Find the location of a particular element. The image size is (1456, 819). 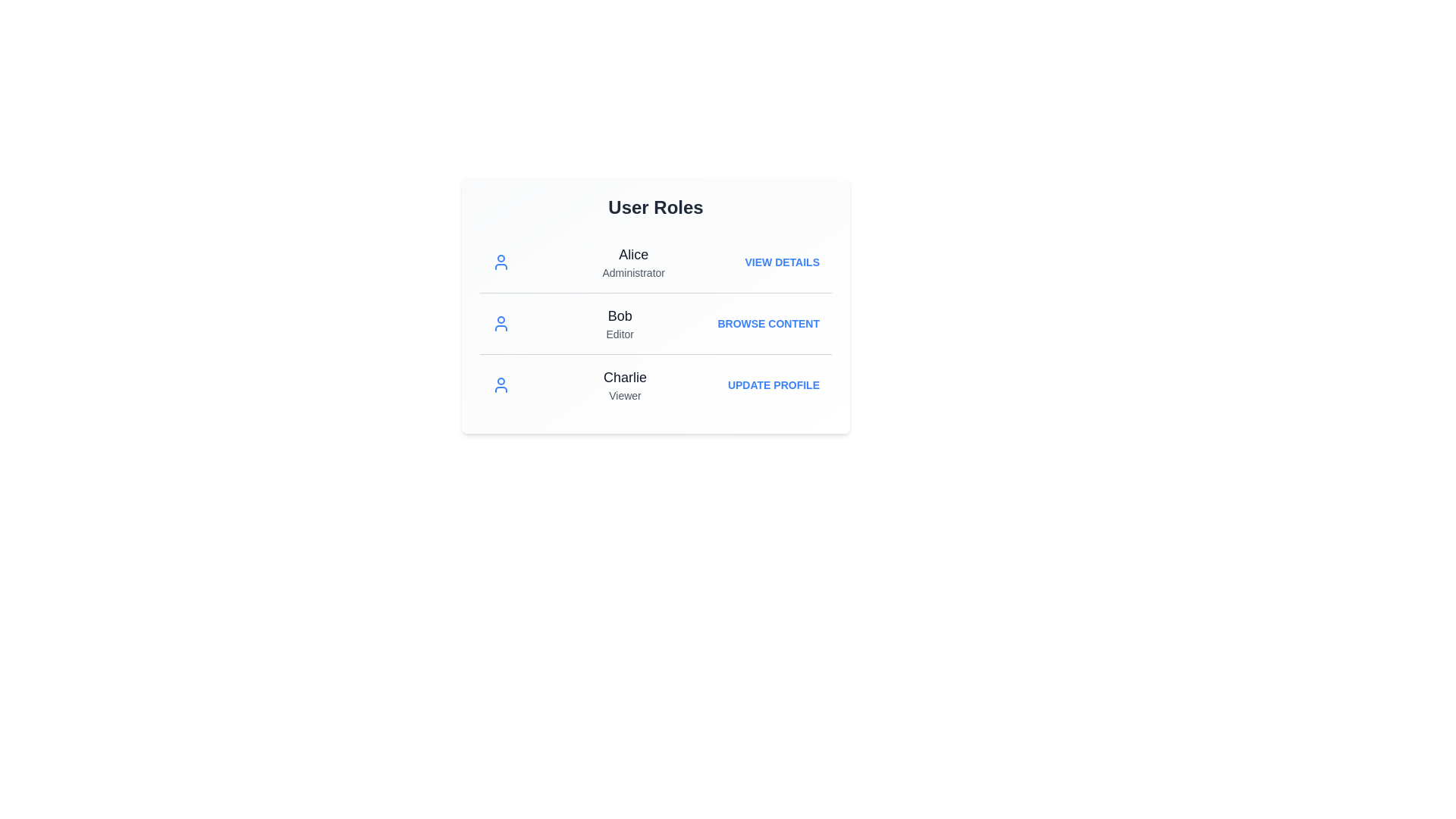

the non-interactive text label providing additional context for the 'Charlie' row under the 'User Roles' header, located below 'Charlie' and to the left of the 'UPDATE PROFILE' link is located at coordinates (625, 394).